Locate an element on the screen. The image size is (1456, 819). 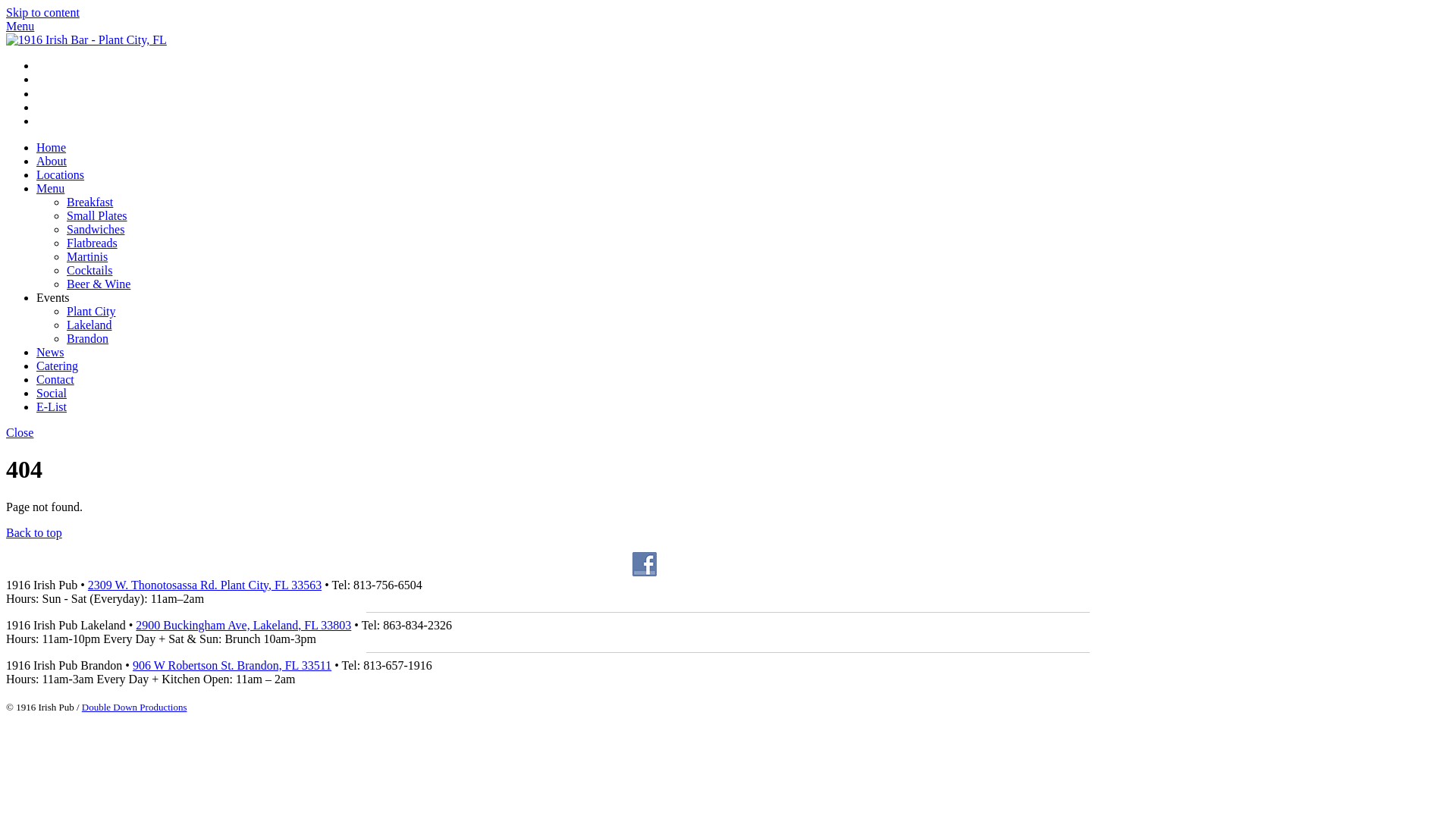
'Cocktails' is located at coordinates (89, 269).